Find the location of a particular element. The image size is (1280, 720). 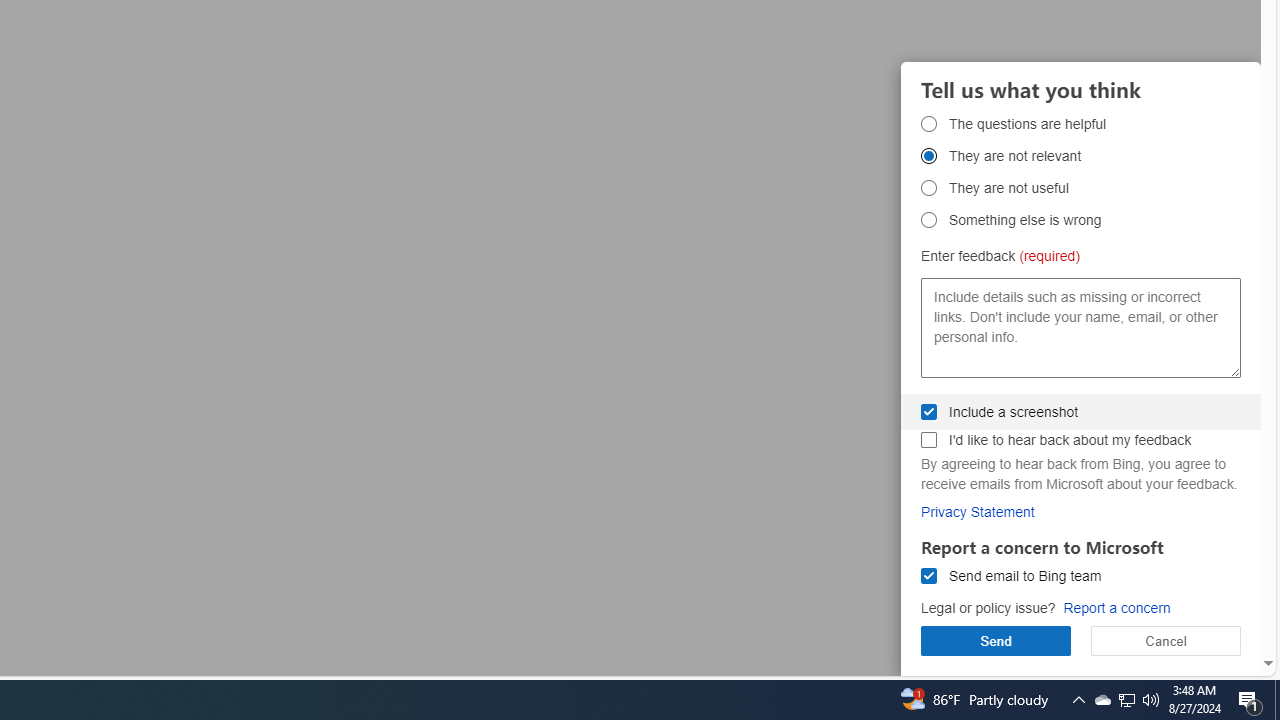

'AutomationID: fbpgdgSmtngWrong' is located at coordinates (928, 219).